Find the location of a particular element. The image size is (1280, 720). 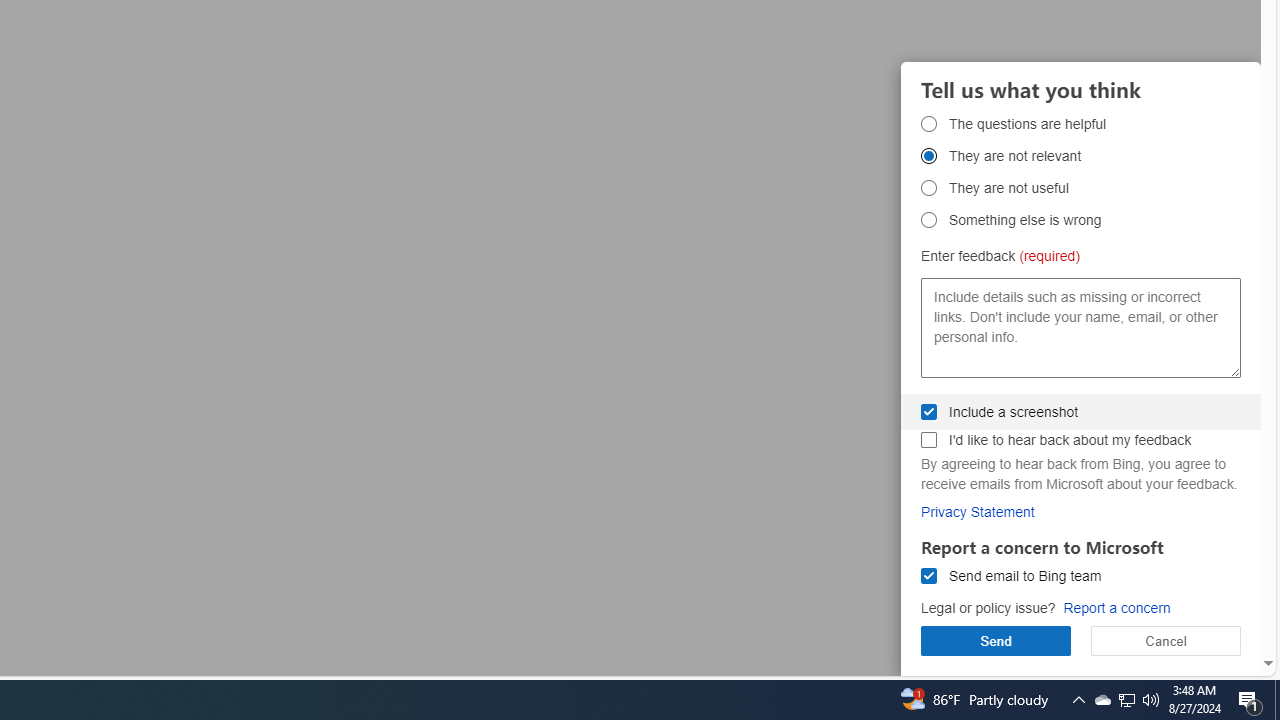

'AutomationID: fbpgdgSmtngWrong' is located at coordinates (928, 219).